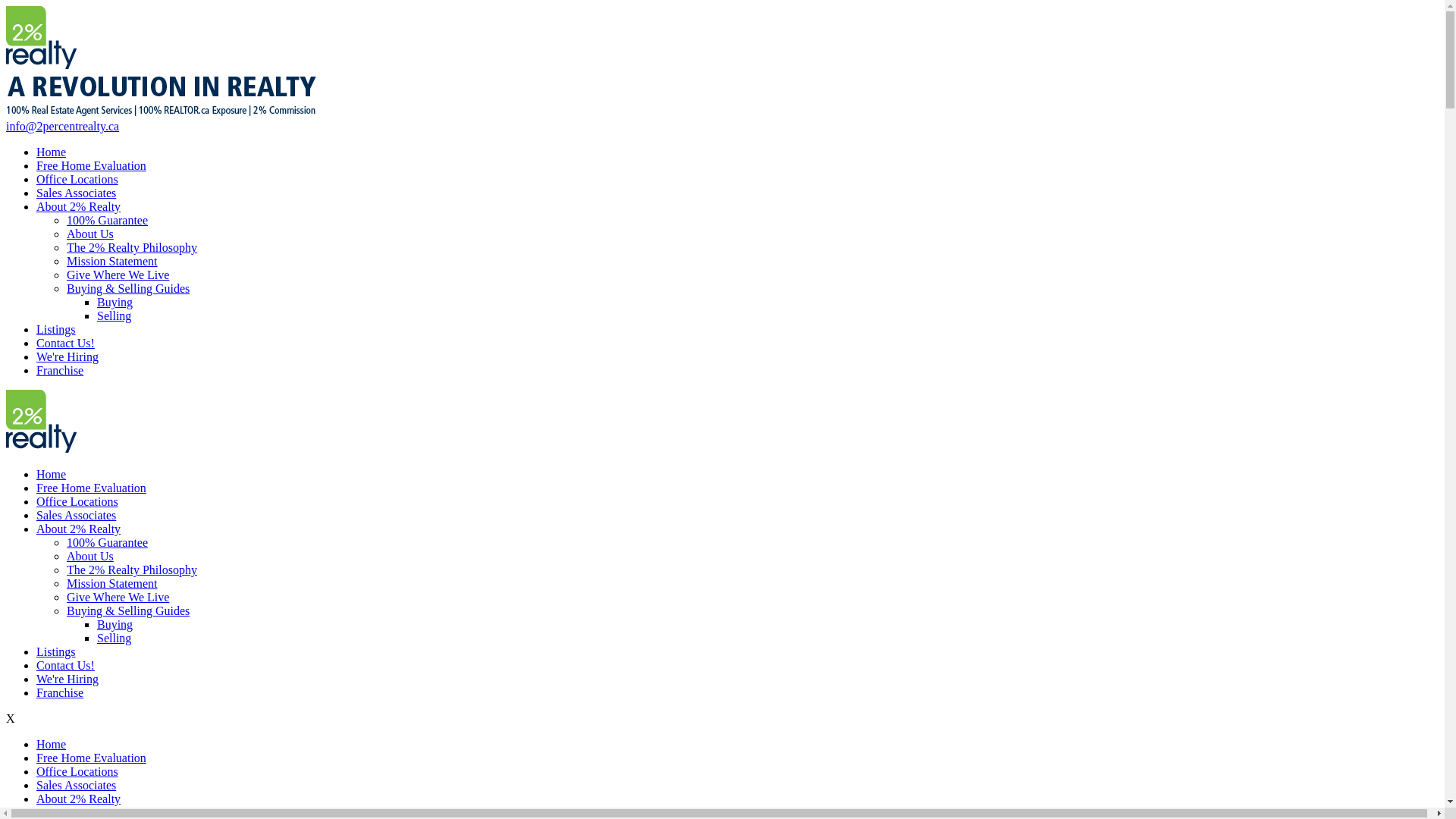  Describe the element at coordinates (61, 125) in the screenshot. I see `'info@2percentrealty.ca'` at that location.